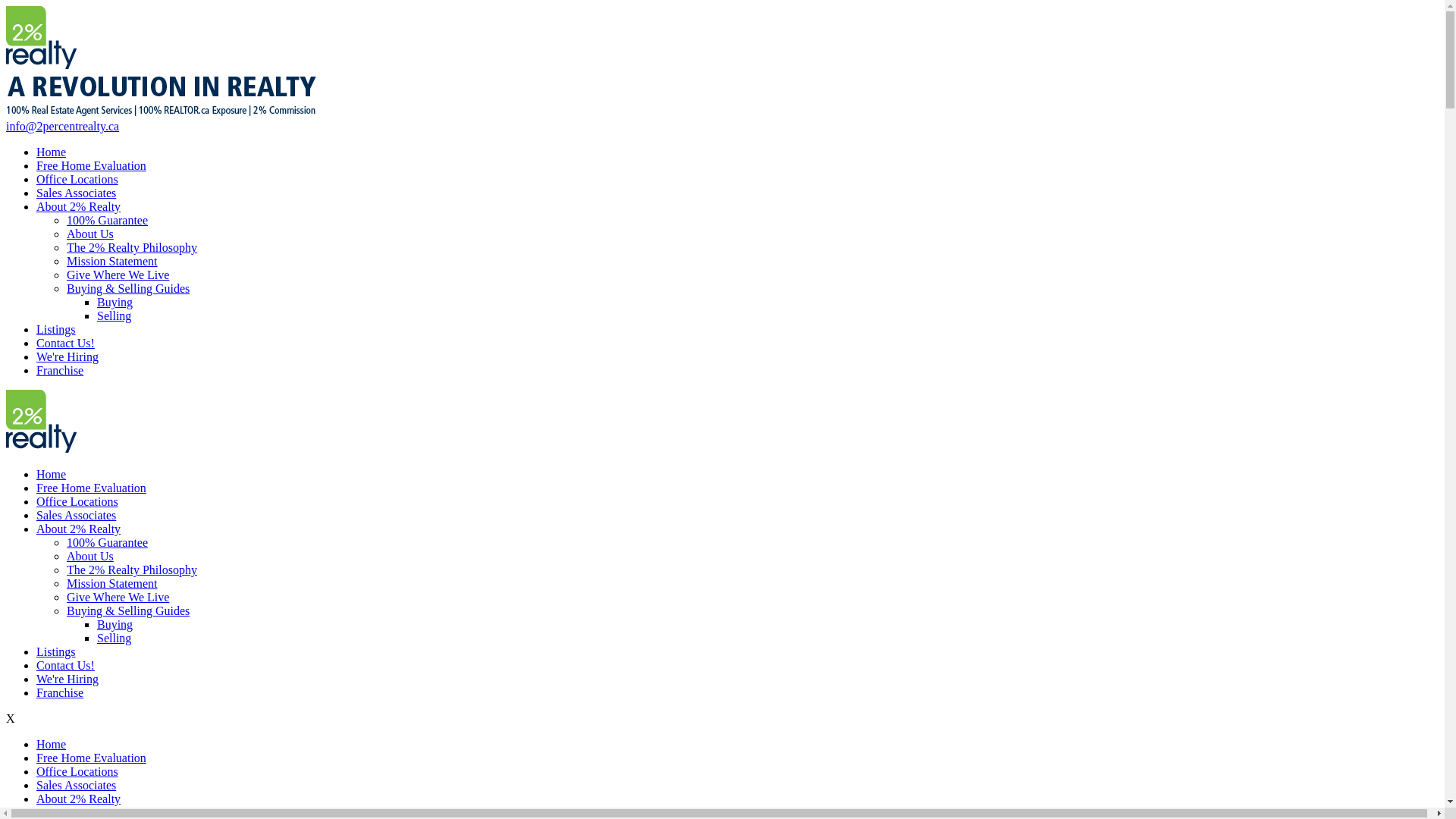  Describe the element at coordinates (61, 125) in the screenshot. I see `'info@2percentrealty.ca'` at that location.